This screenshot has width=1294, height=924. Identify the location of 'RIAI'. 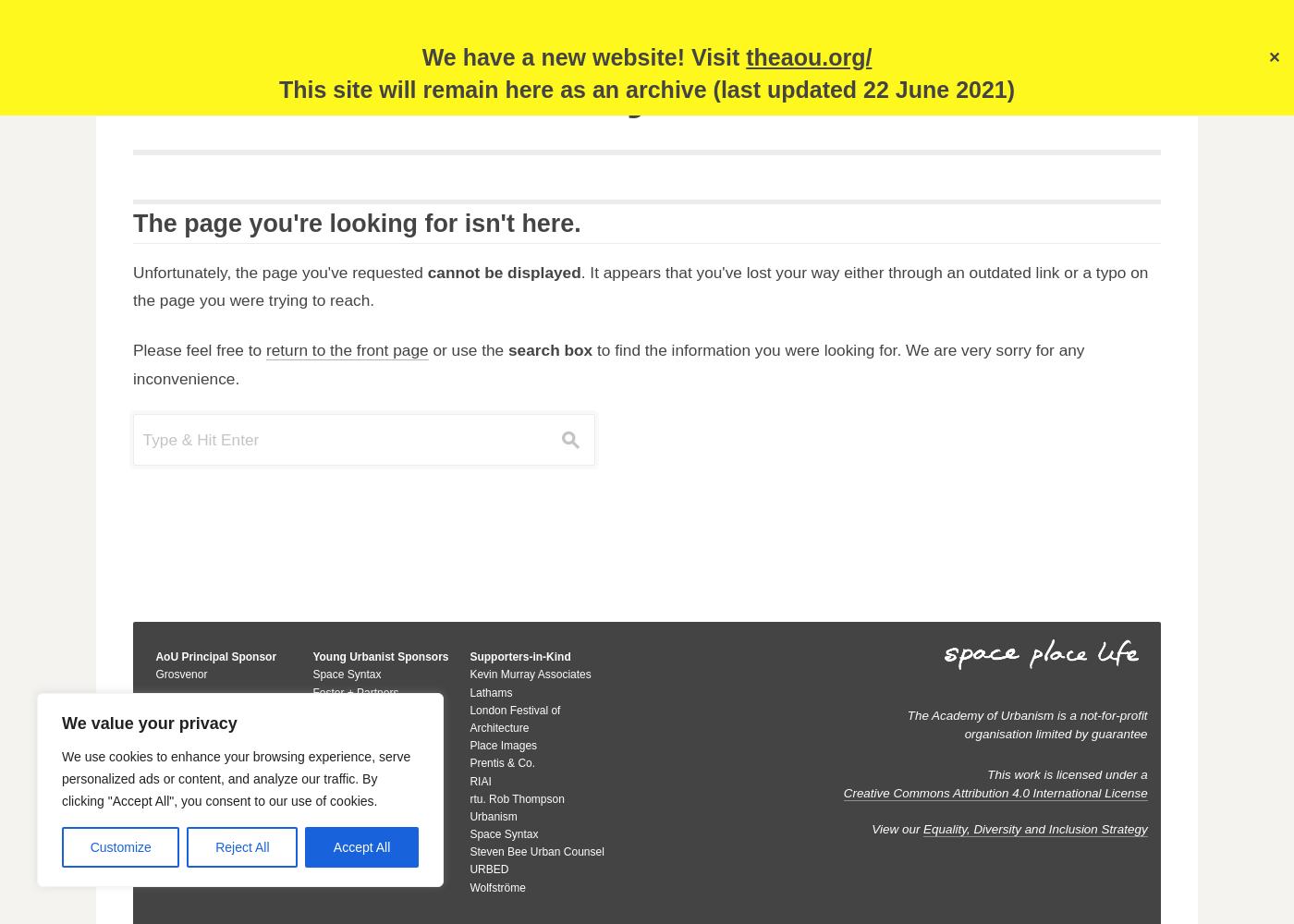
(470, 780).